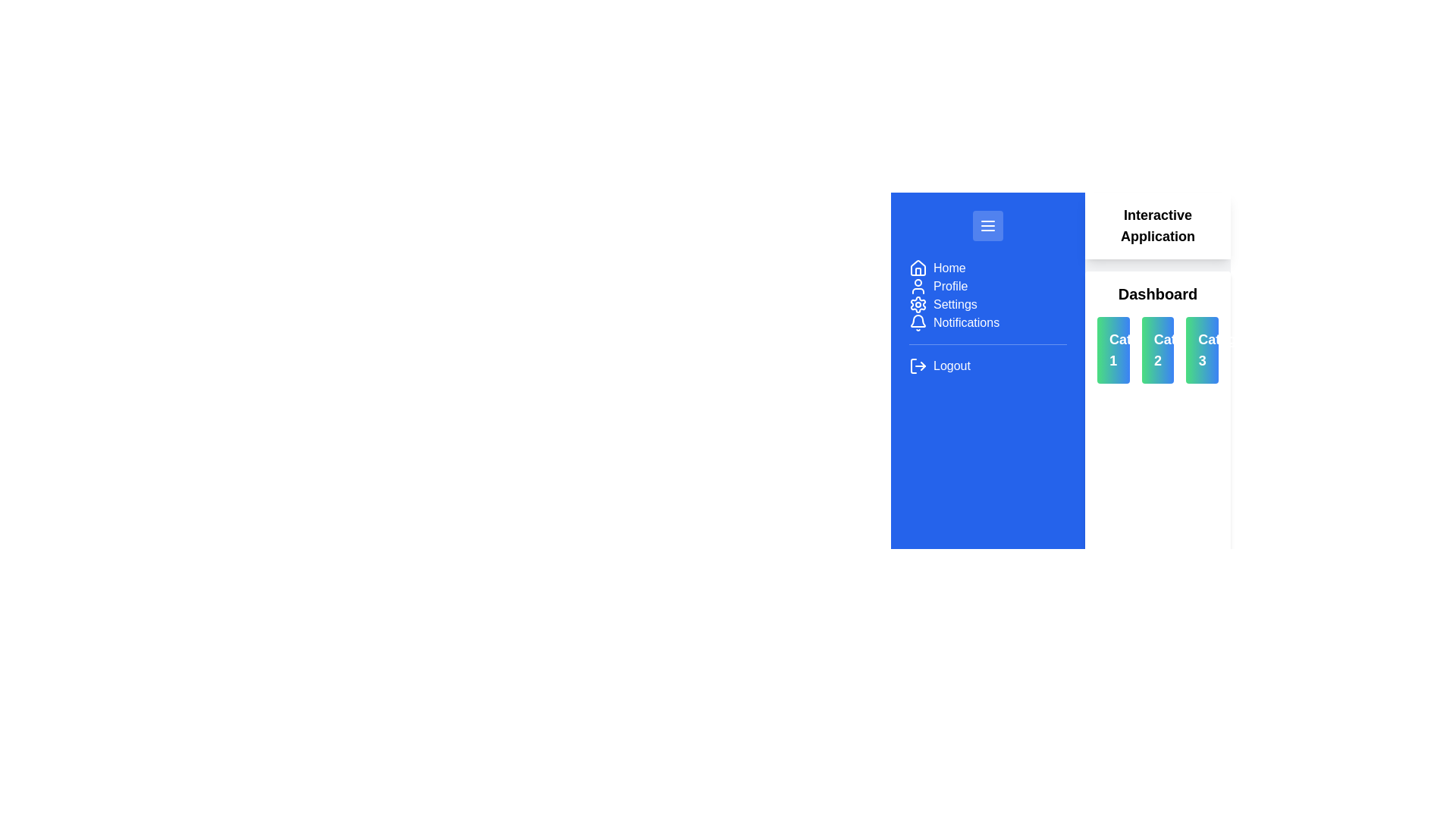 This screenshot has width=1456, height=819. I want to click on the 'Category 2' element under the 'Dashboard' title to access detailed options, so click(1156, 332).